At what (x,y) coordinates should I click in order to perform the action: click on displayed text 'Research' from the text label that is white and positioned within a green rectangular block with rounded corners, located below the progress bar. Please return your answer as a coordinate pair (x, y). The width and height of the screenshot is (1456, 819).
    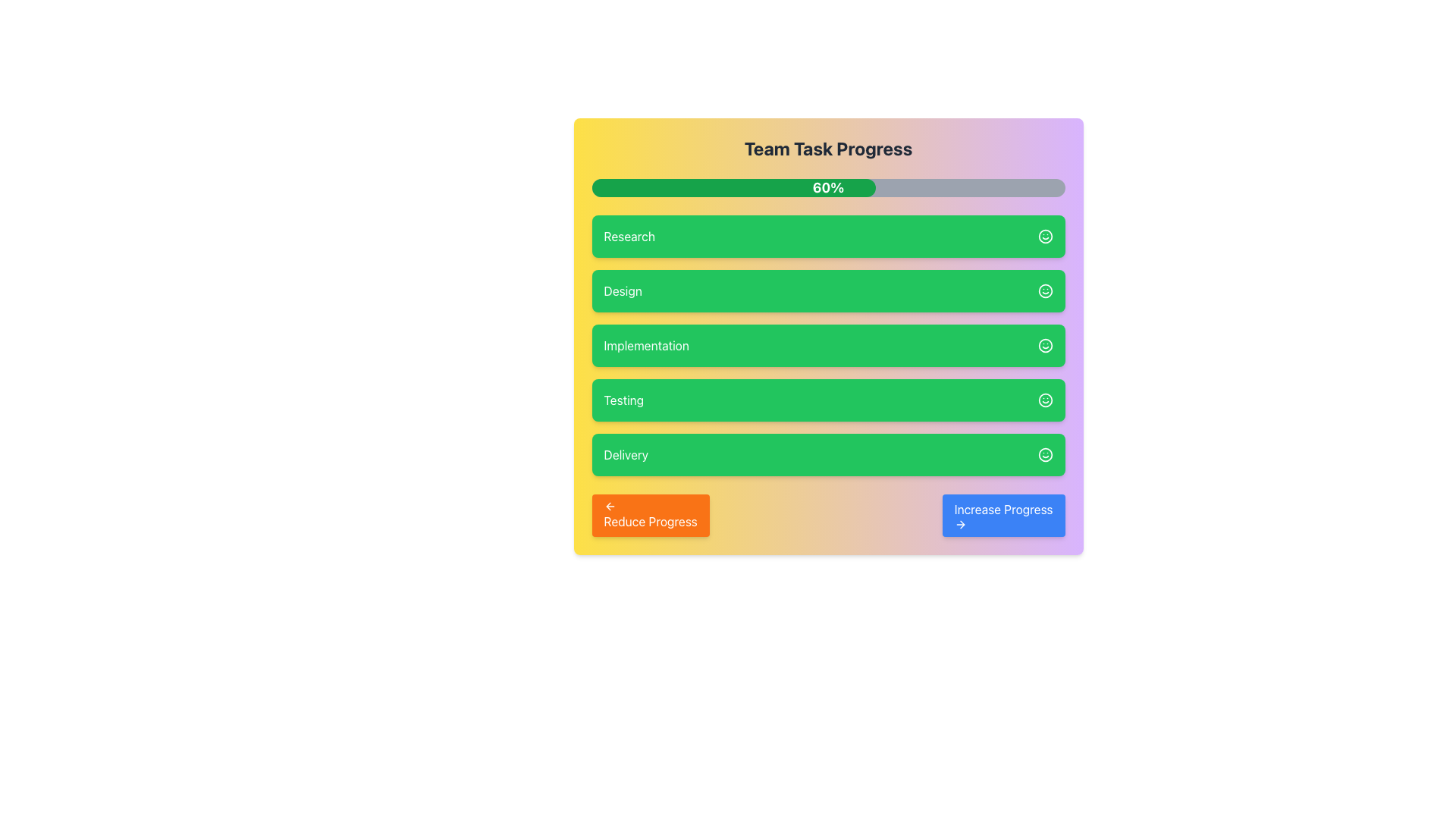
    Looking at the image, I should click on (629, 237).